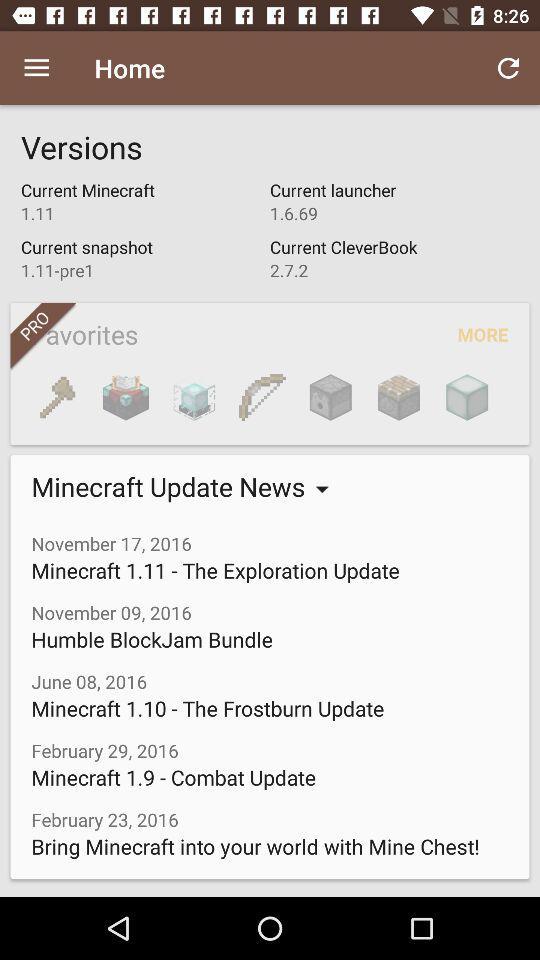 This screenshot has width=540, height=960. I want to click on bow, so click(262, 396).